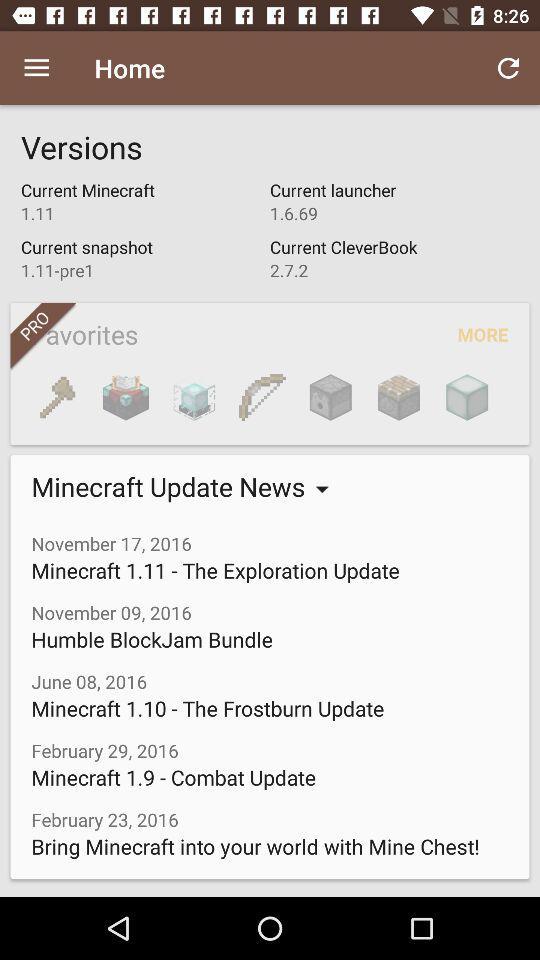 This screenshot has width=540, height=960. I want to click on bow, so click(262, 396).